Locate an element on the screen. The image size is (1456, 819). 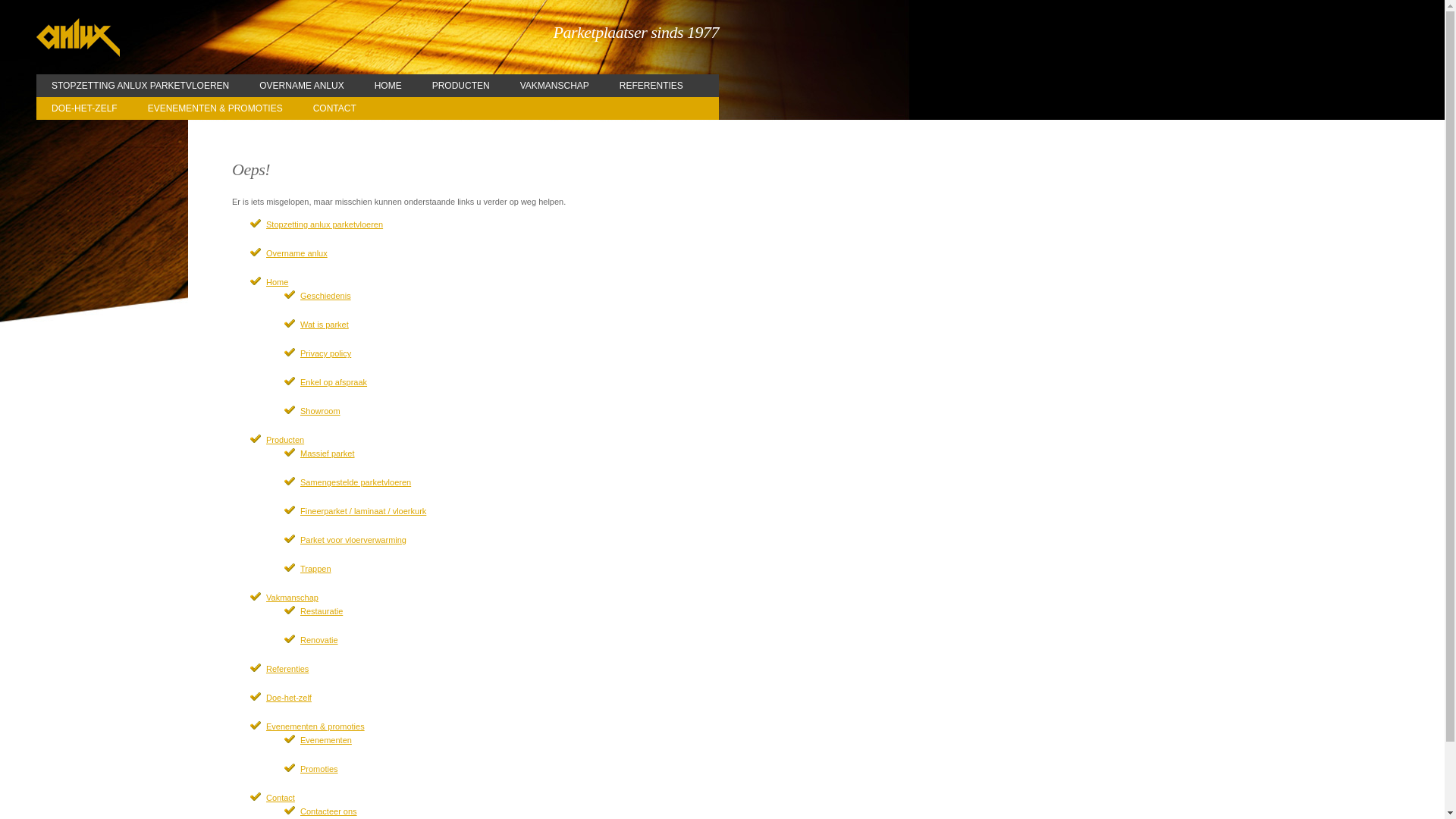
'Evenementen & promoties' is located at coordinates (315, 725).